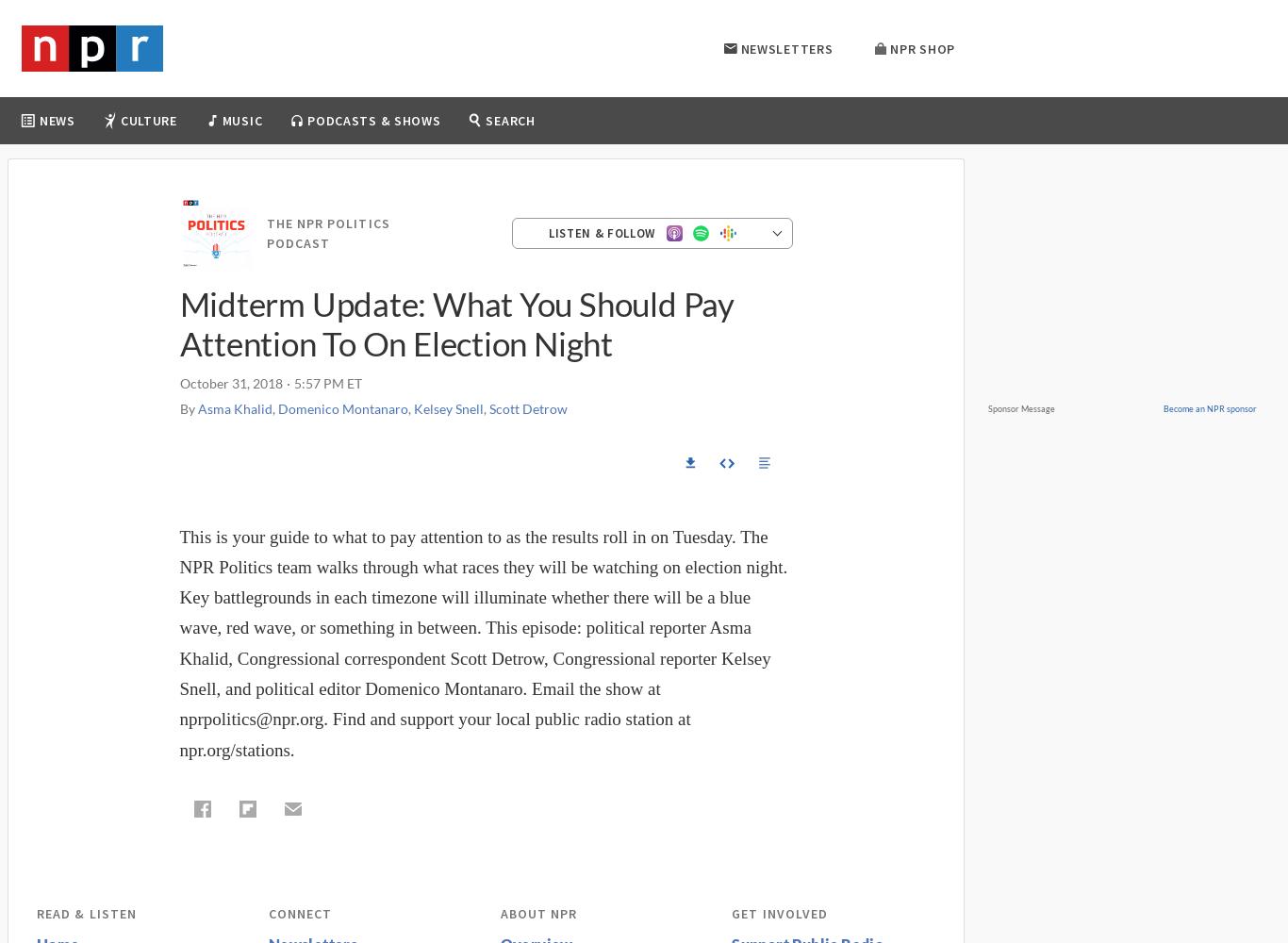 This screenshot has width=1288, height=943. Describe the element at coordinates (537, 913) in the screenshot. I see `'About NPR'` at that location.